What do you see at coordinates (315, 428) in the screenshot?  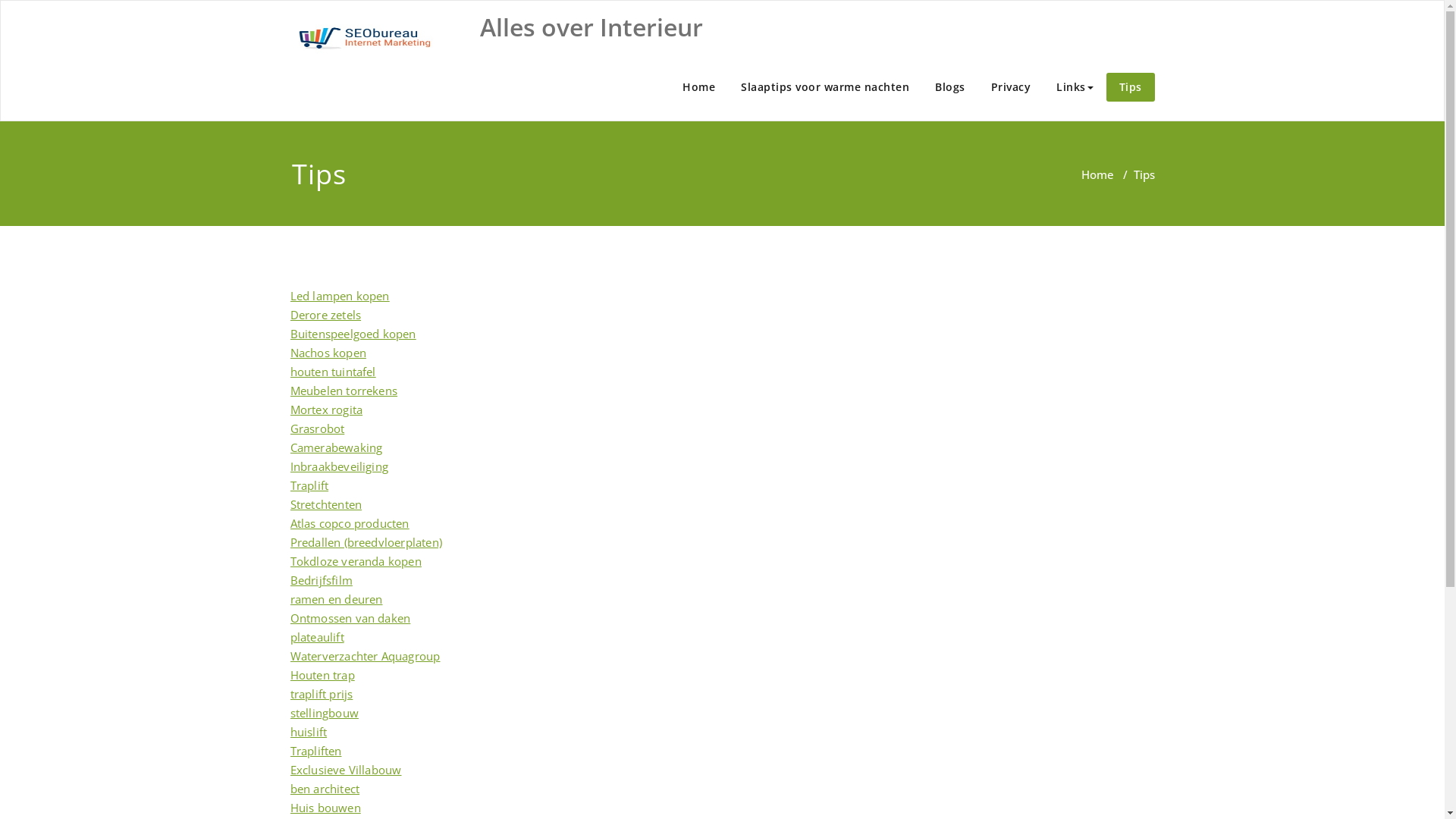 I see `'Grasrobot'` at bounding box center [315, 428].